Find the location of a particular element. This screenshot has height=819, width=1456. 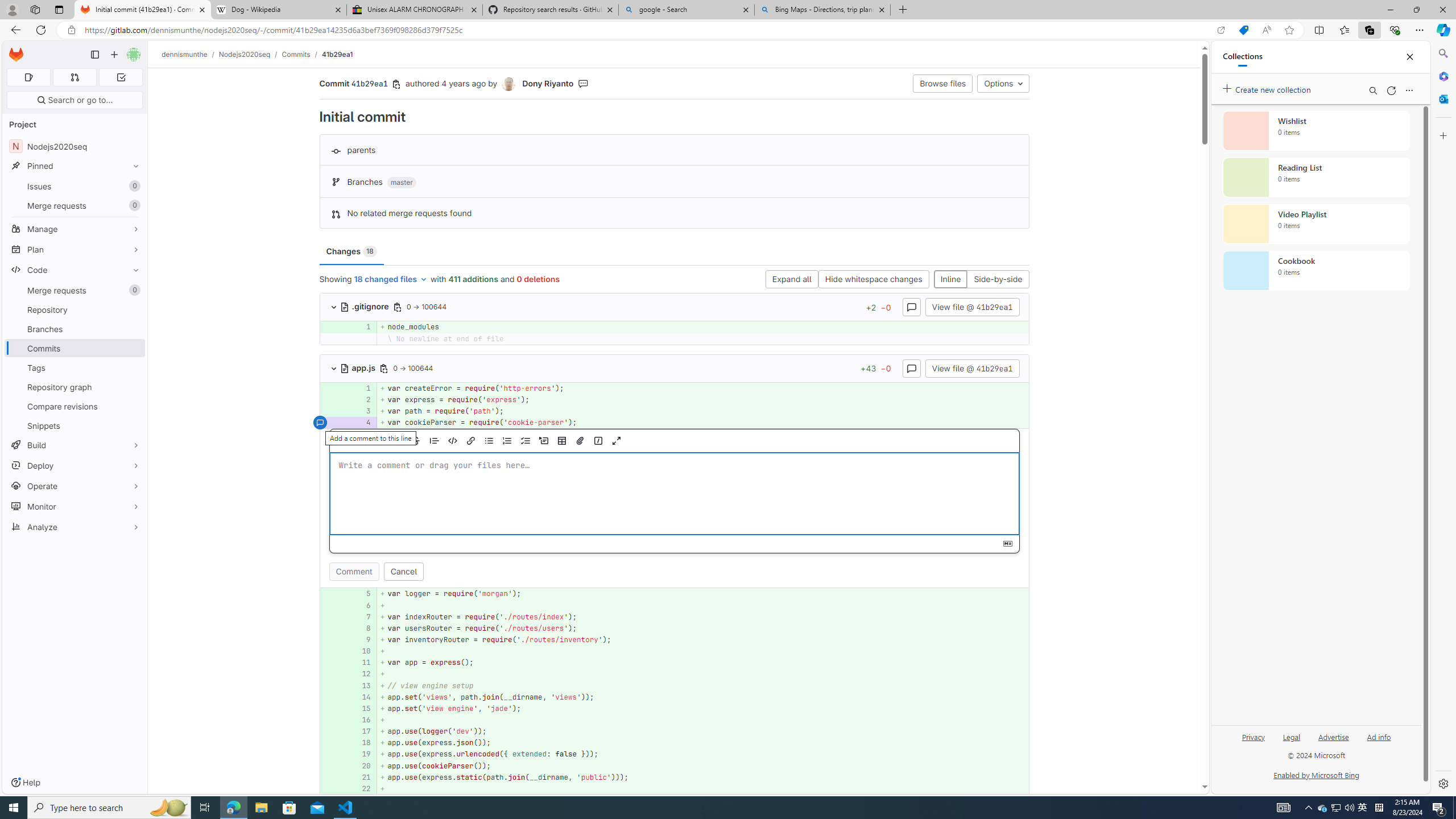

'AutomationID: 4a68969ef8e858229267b842dedf42ab5dde4d50_0_9' is located at coordinates (675, 640).